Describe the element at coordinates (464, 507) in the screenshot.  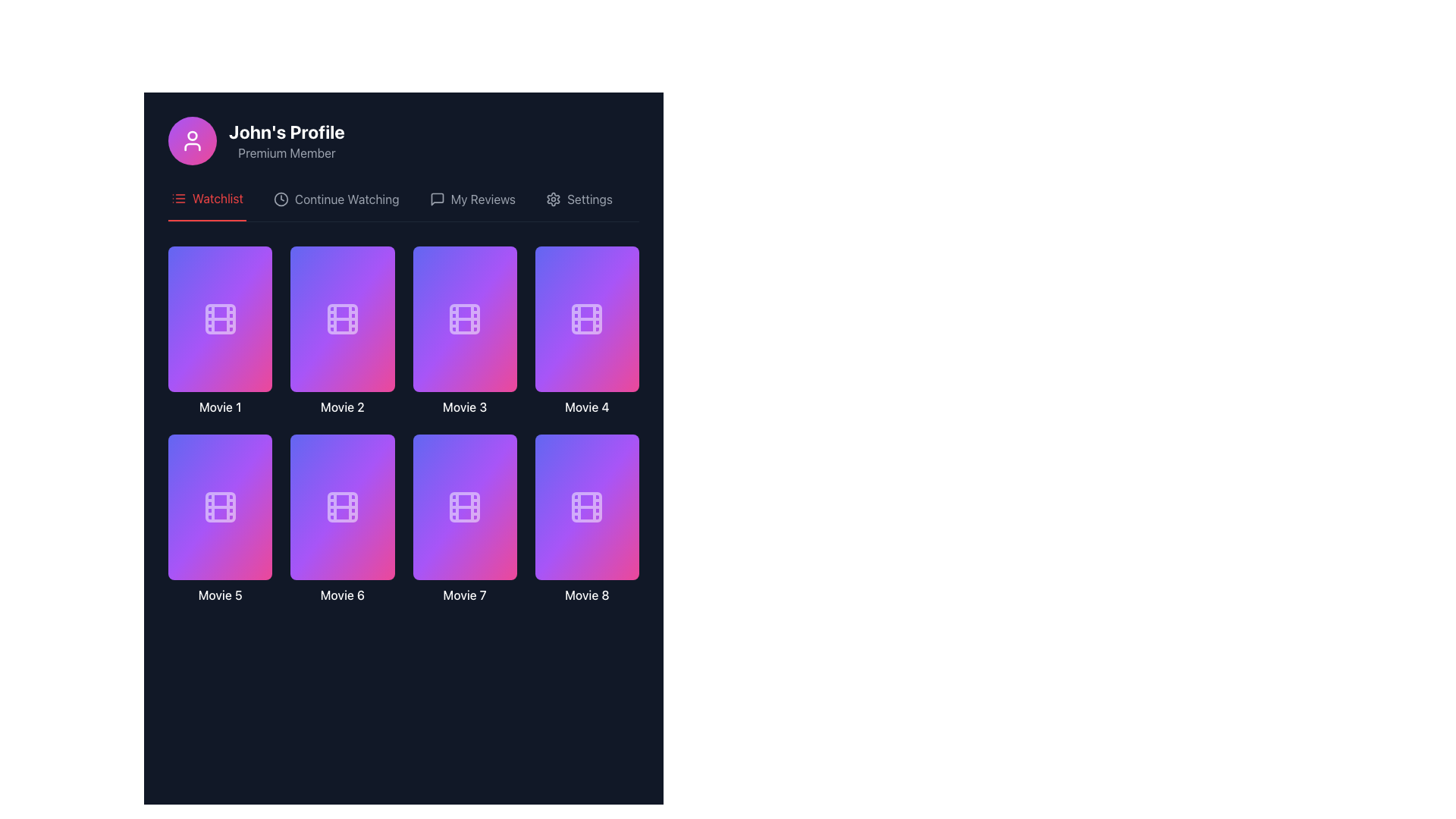
I see `the Movie 7 icon, which is a square with rounded edges featuring a filmstrip motif, located in the third row and first column of the grid layout` at that location.